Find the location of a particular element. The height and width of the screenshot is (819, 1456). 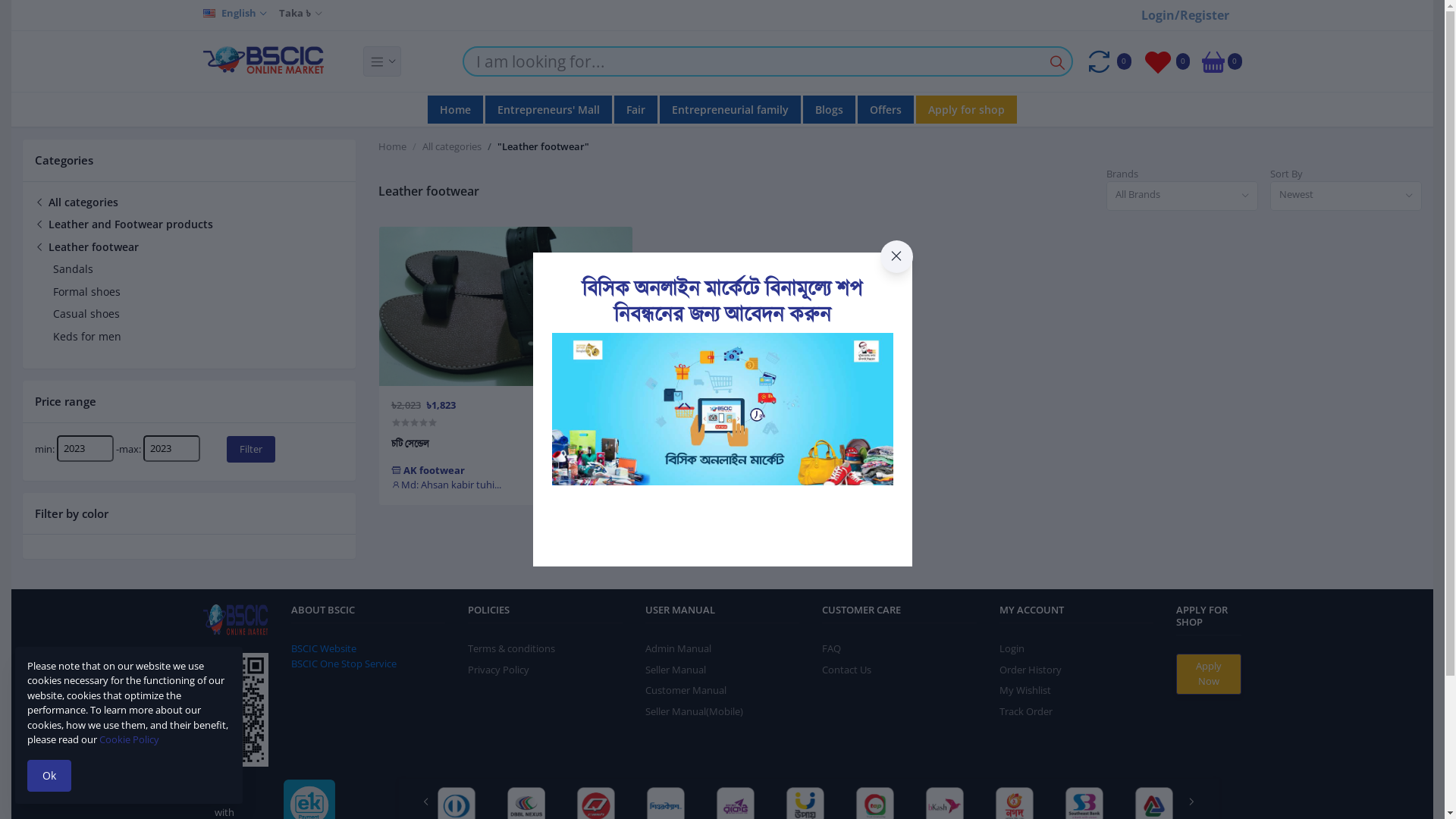

'Contact Us' is located at coordinates (846, 669).